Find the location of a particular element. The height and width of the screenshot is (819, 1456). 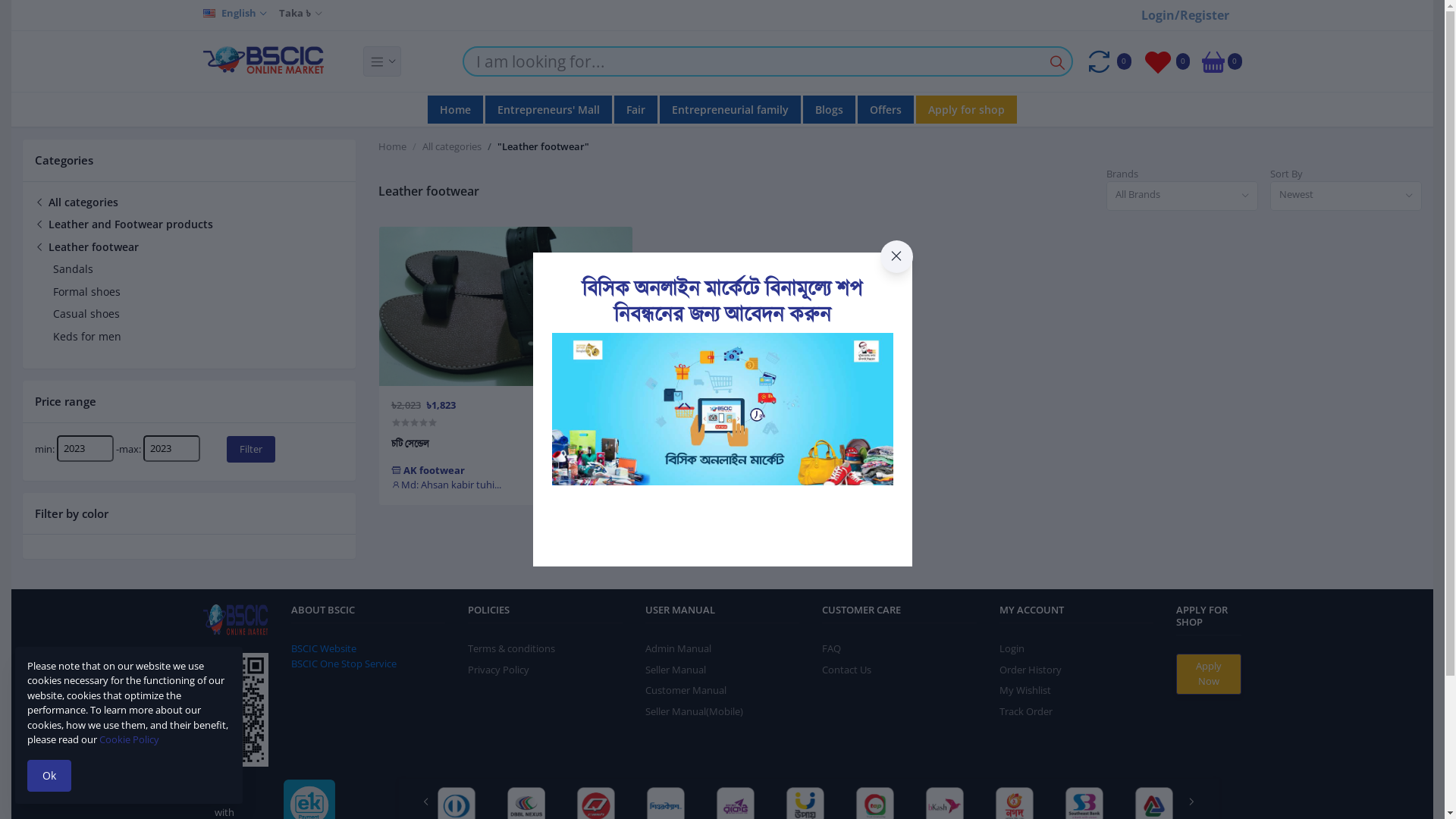

'Contact Us' is located at coordinates (846, 669).